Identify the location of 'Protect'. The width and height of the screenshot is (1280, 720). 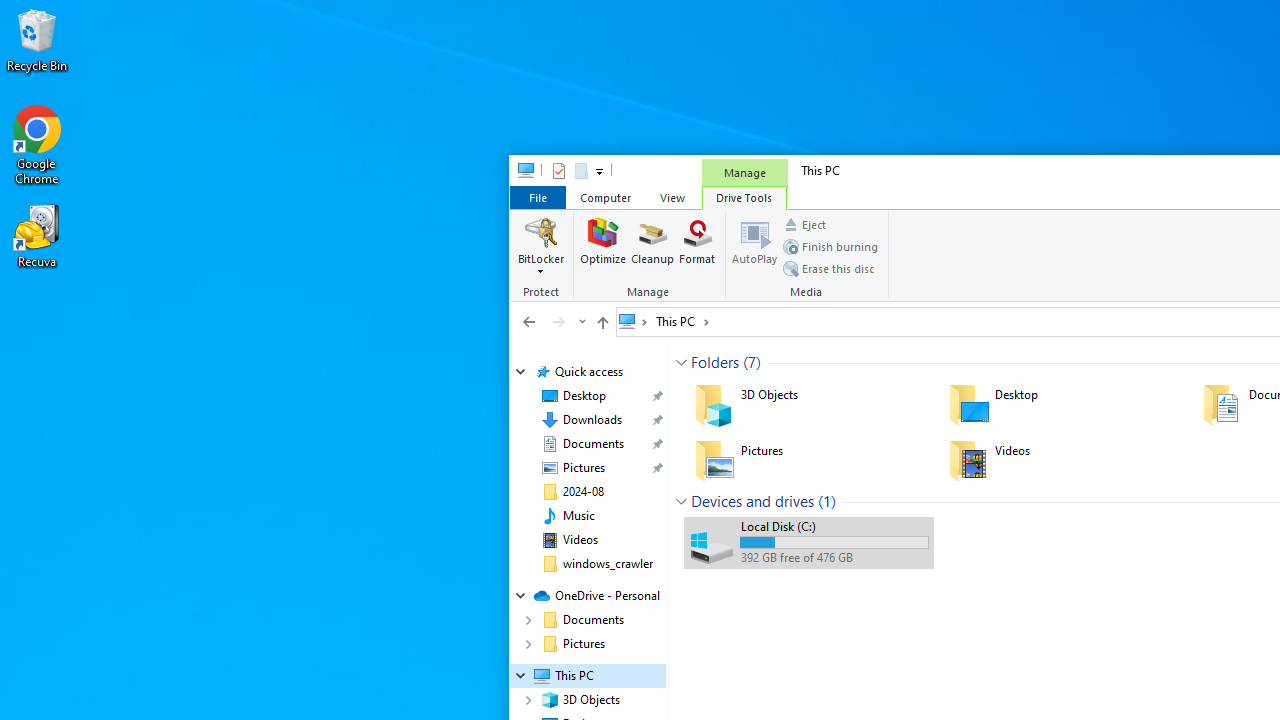
(544, 255).